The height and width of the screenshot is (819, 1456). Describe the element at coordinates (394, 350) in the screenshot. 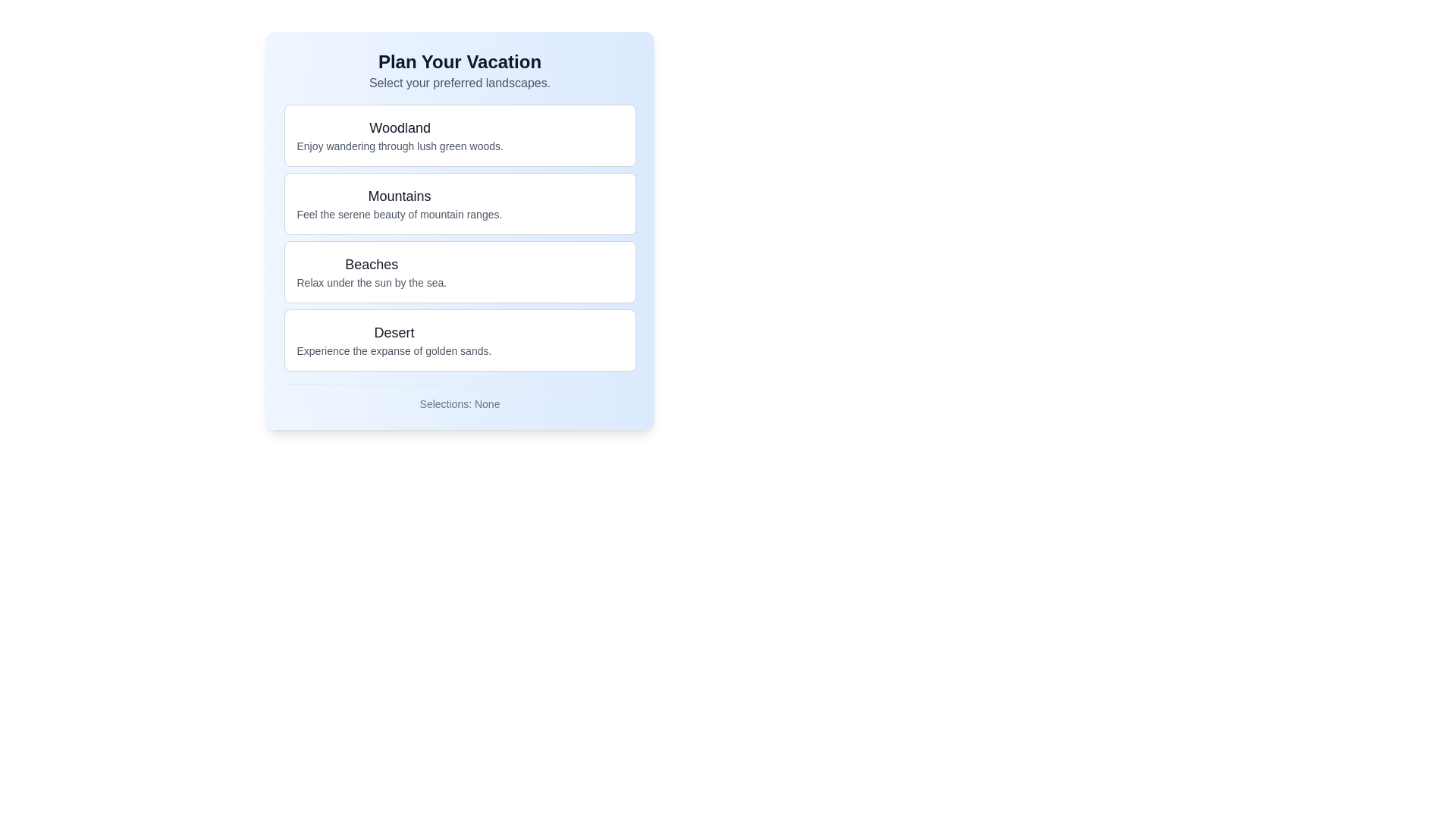

I see `the text segment styled in a small sans-serif font with muted gray color, containing the content 'Experience the expanse of golden sands.' located underneath the bold title 'Desert'` at that location.